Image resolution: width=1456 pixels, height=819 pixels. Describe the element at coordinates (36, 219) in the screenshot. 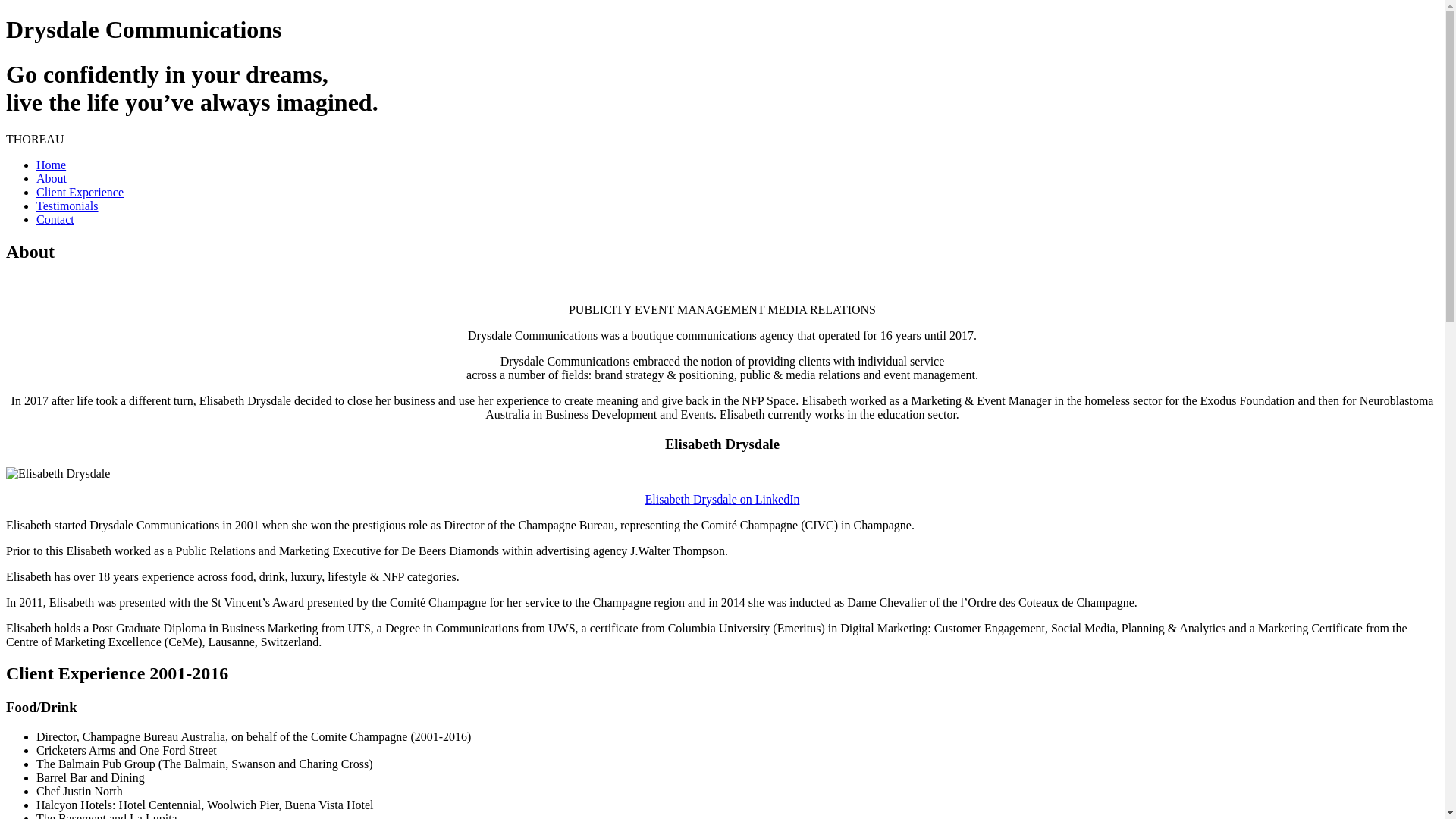

I see `'Contact'` at that location.